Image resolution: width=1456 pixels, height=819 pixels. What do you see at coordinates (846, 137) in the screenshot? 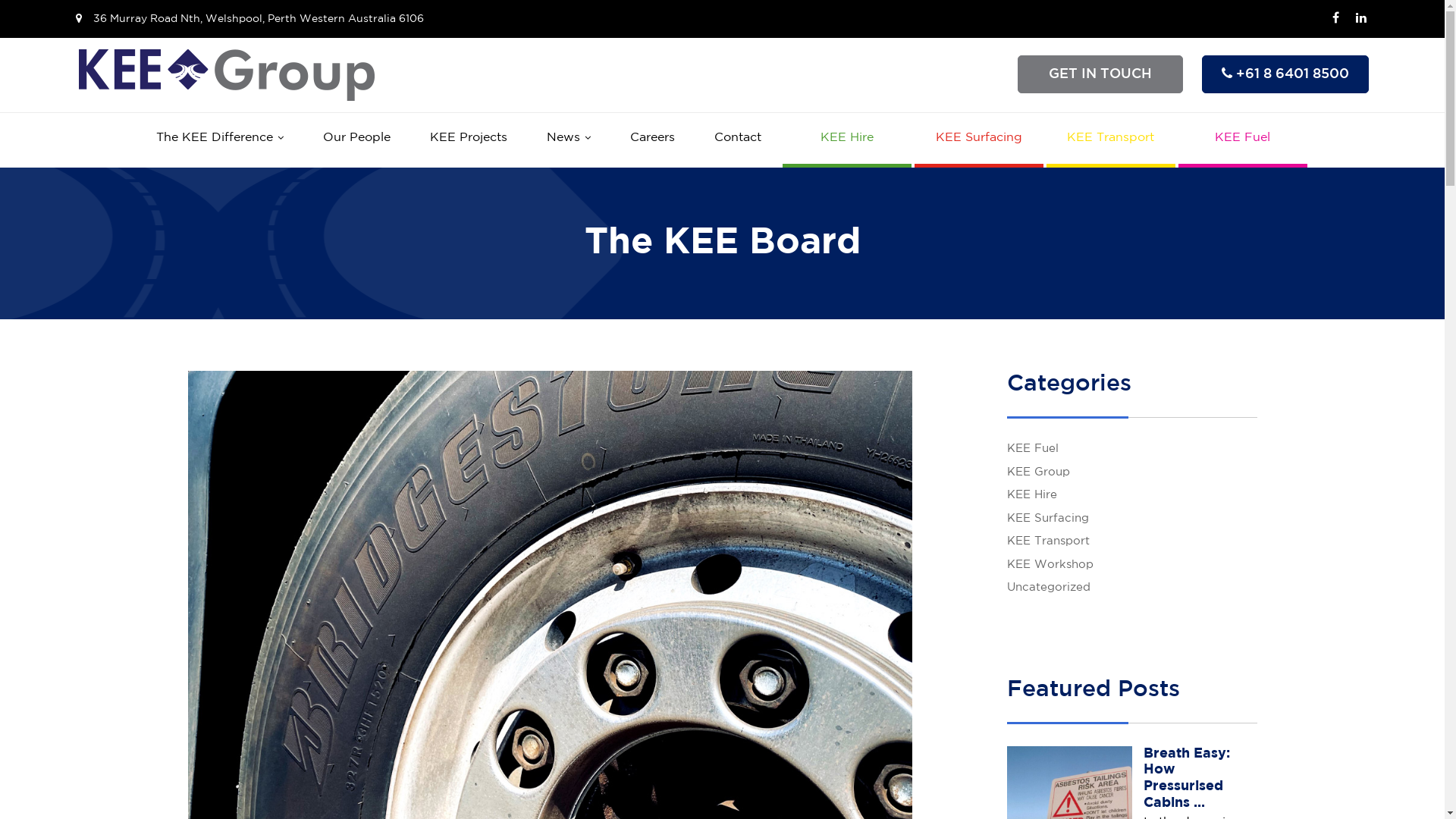
I see `'KEE Hire'` at bounding box center [846, 137].